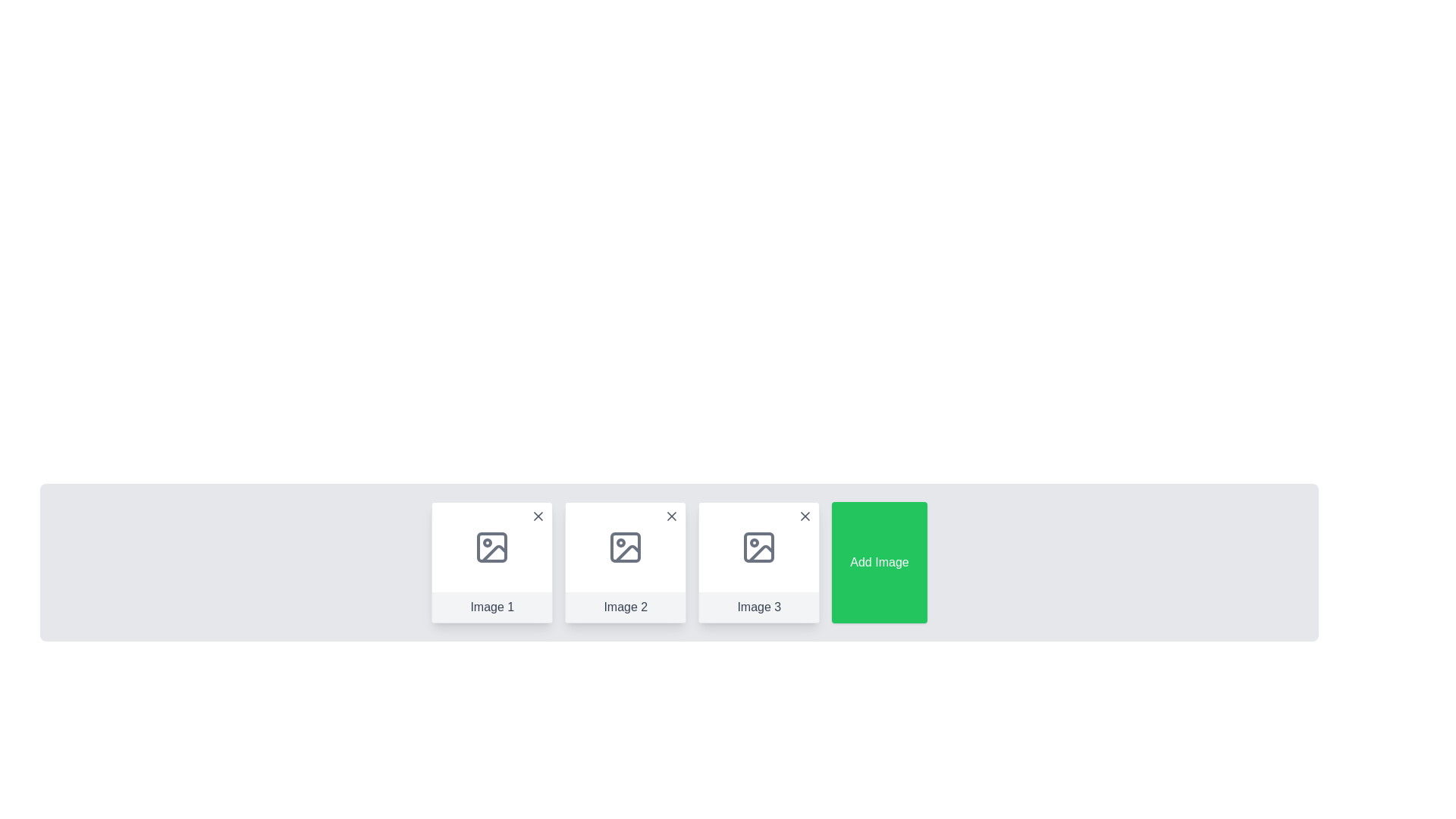 The width and height of the screenshot is (1456, 819). I want to click on the decorative rectangular block with rounded corners located centrally in the first card of the three-card arrangement, so click(492, 547).